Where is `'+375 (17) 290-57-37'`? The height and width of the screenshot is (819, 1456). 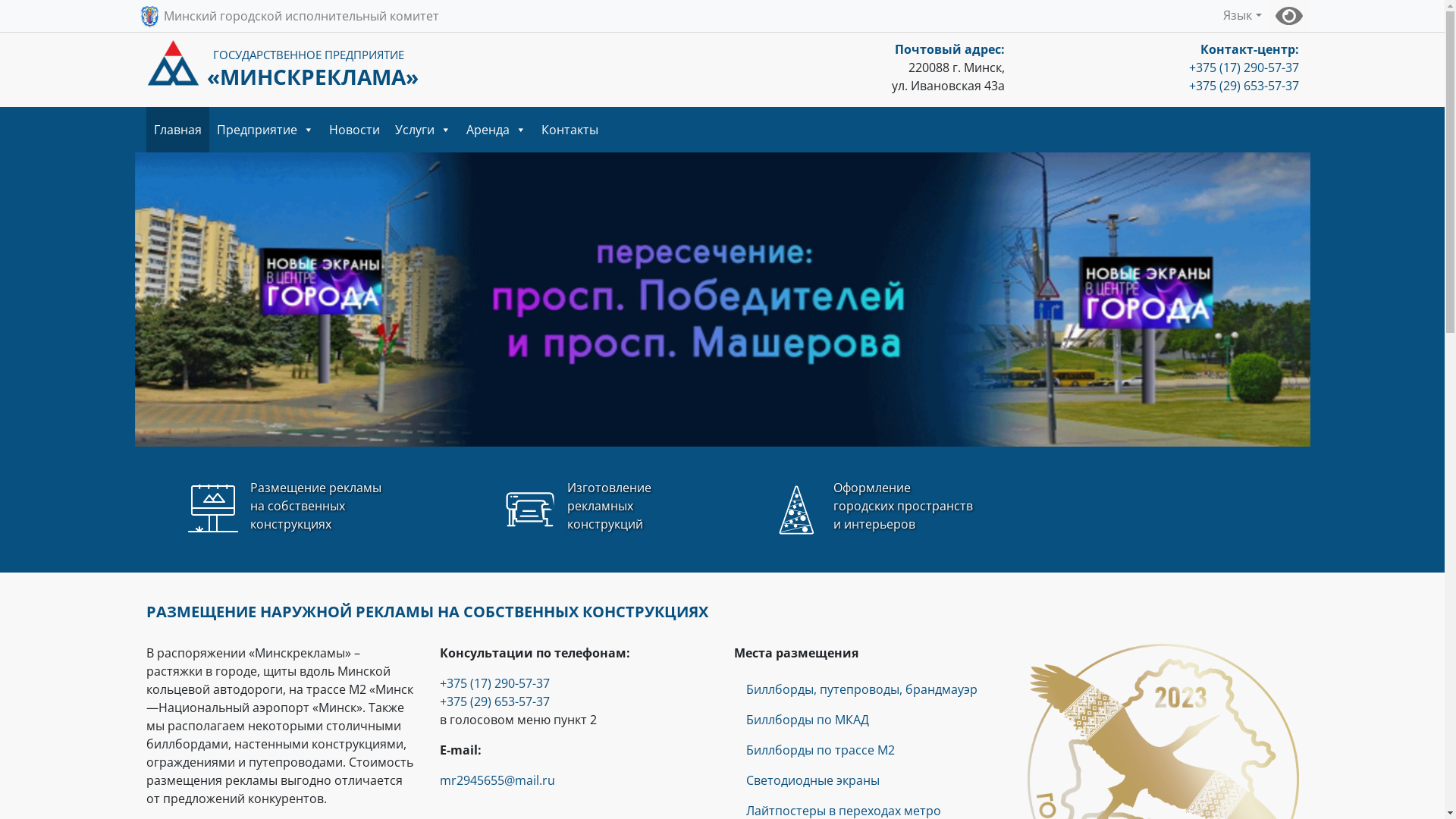
'+375 (17) 290-57-37' is located at coordinates (1244, 66).